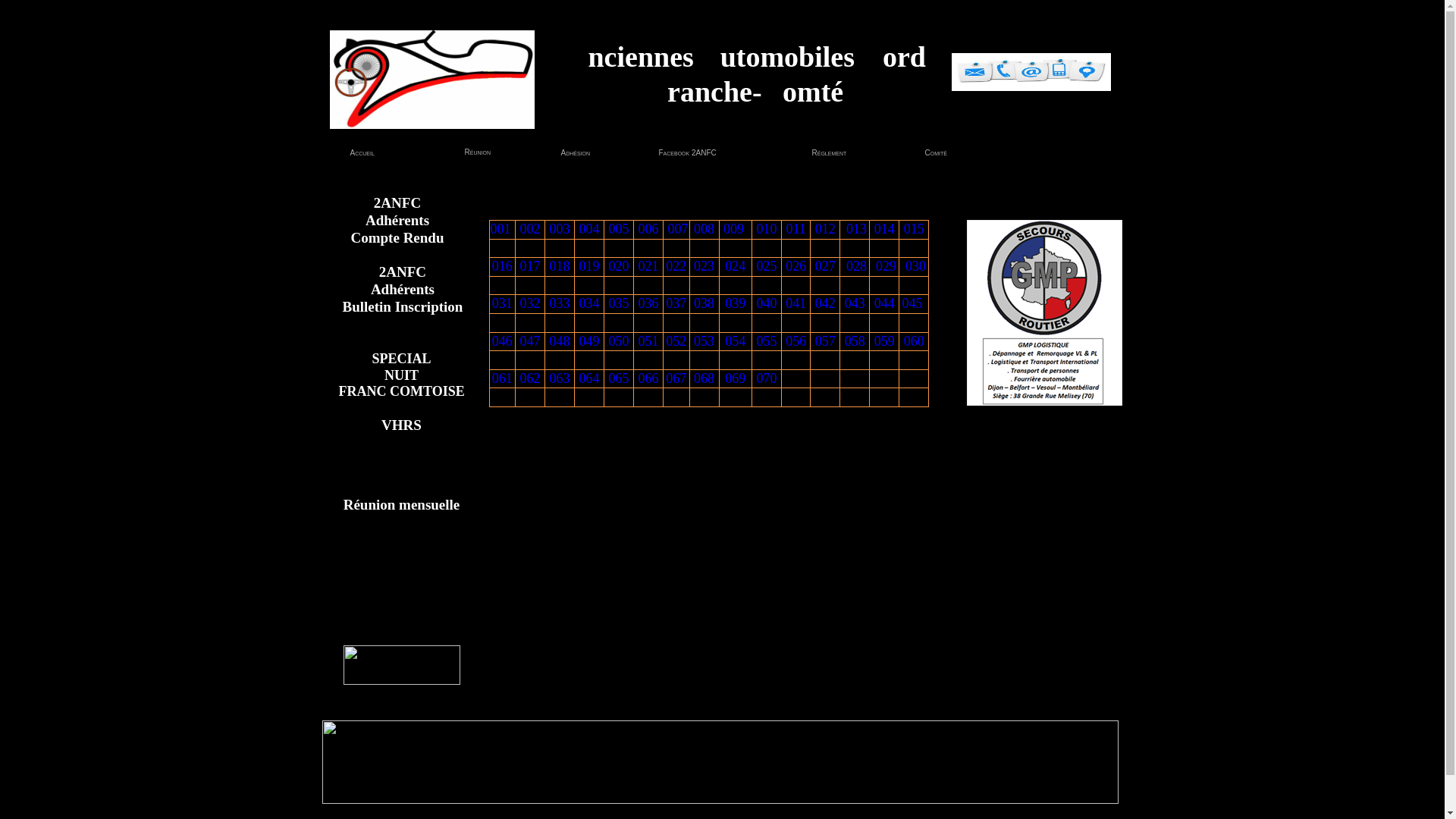  What do you see at coordinates (767, 341) in the screenshot?
I see `'055'` at bounding box center [767, 341].